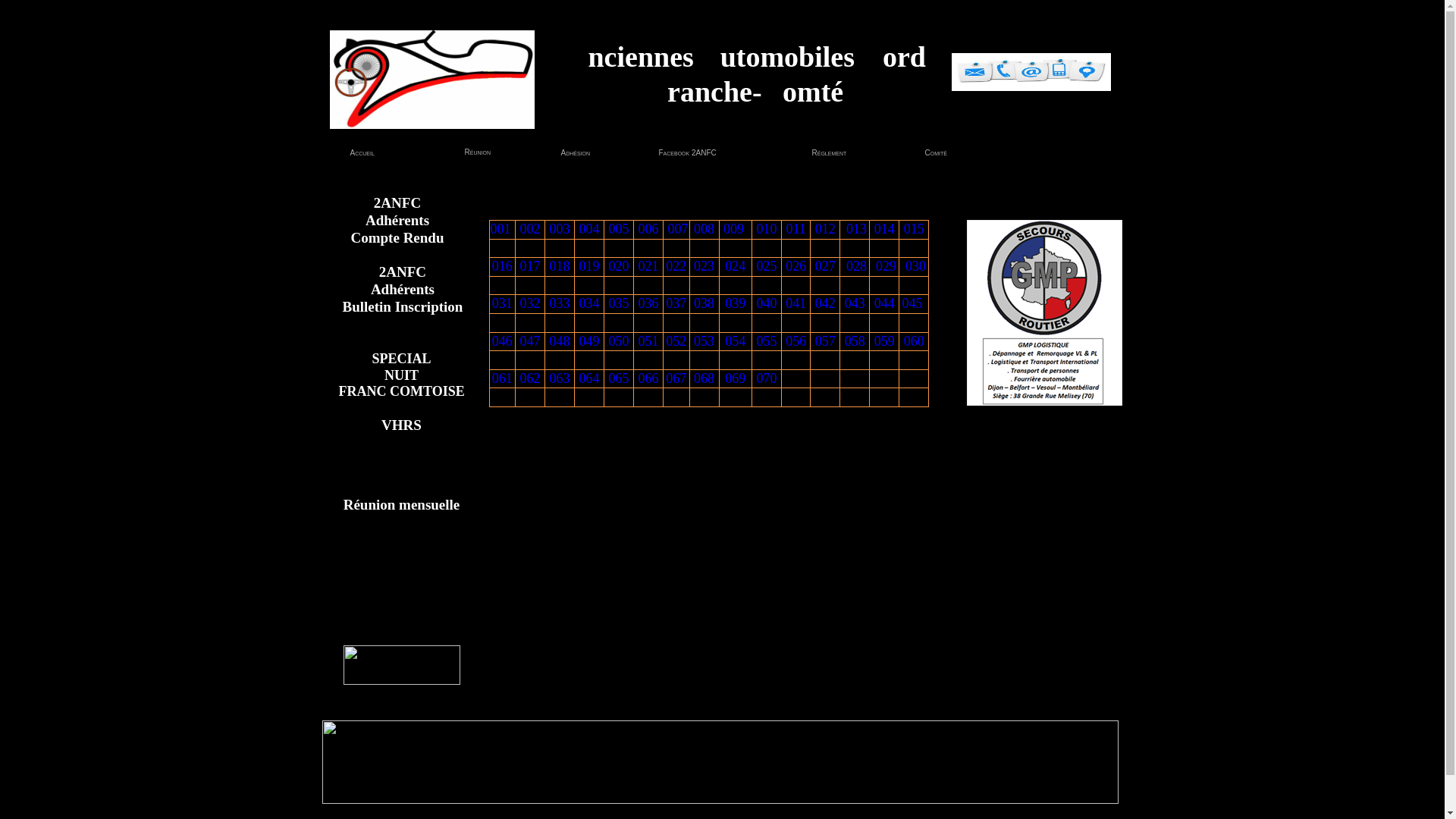  What do you see at coordinates (767, 341) in the screenshot?
I see `'055'` at bounding box center [767, 341].